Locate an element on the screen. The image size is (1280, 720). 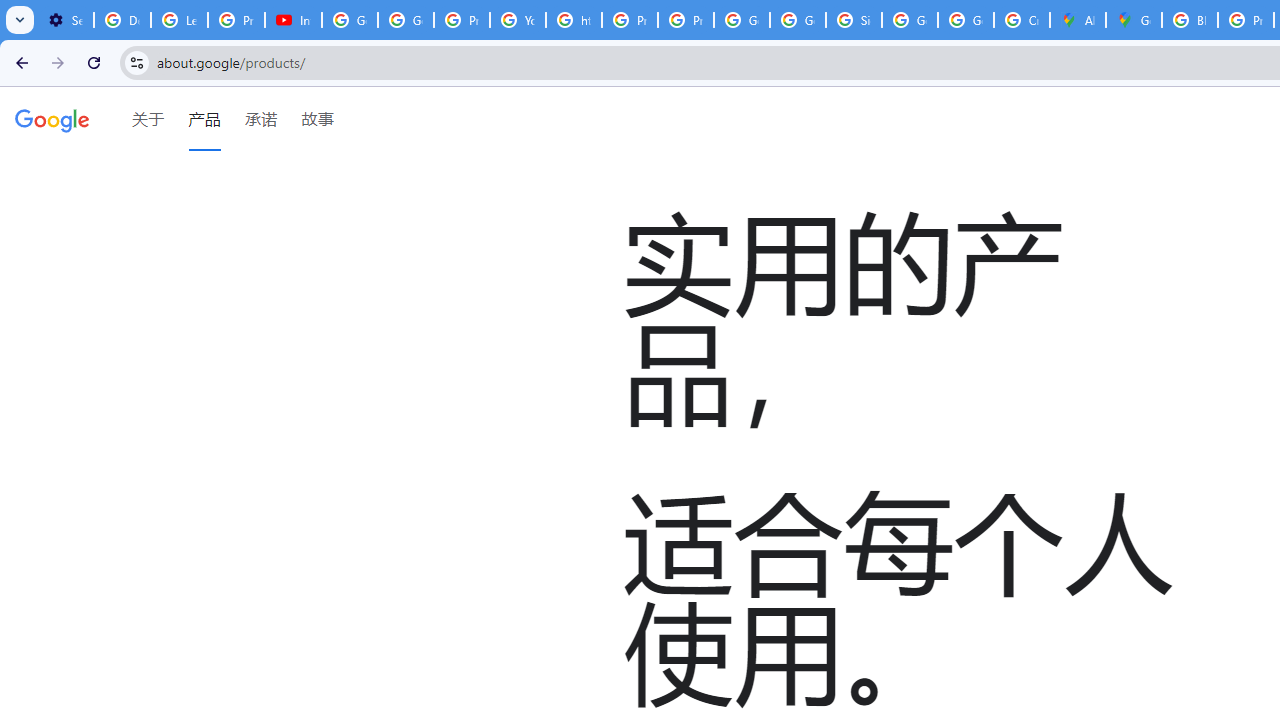
'Google Maps' is located at coordinates (1134, 20).